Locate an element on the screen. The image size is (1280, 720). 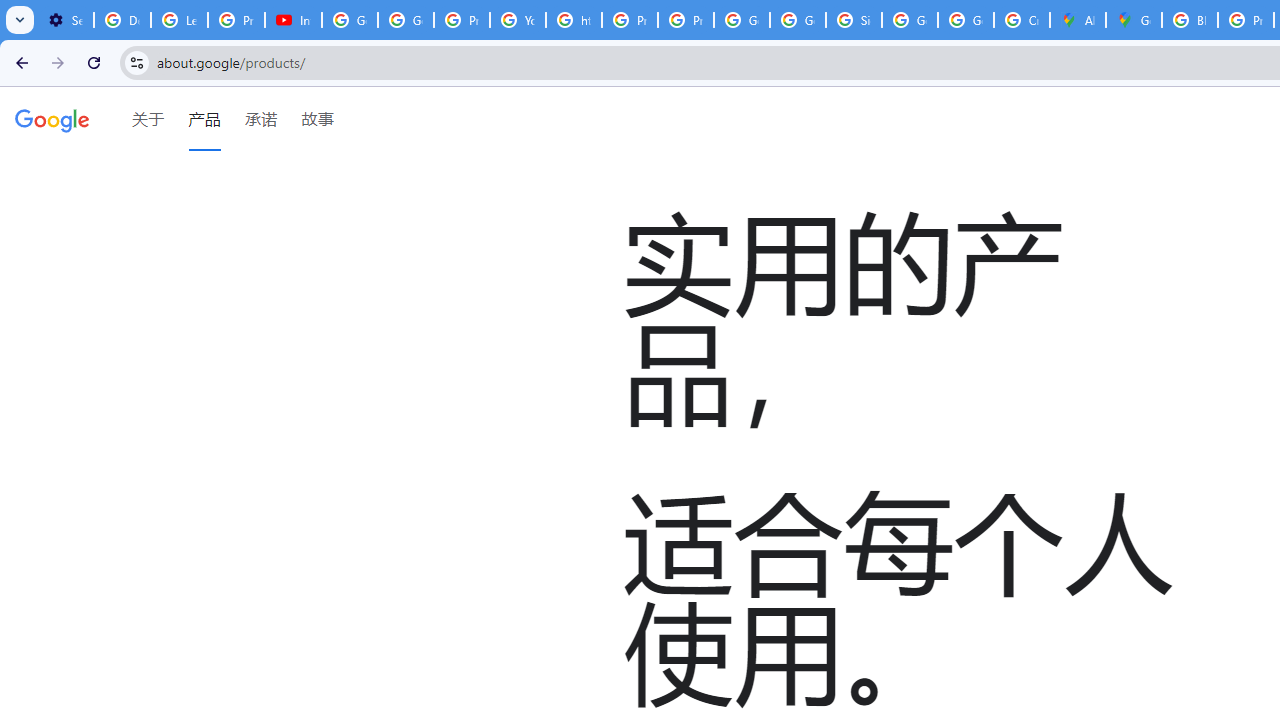
'Google Maps' is located at coordinates (1134, 20).